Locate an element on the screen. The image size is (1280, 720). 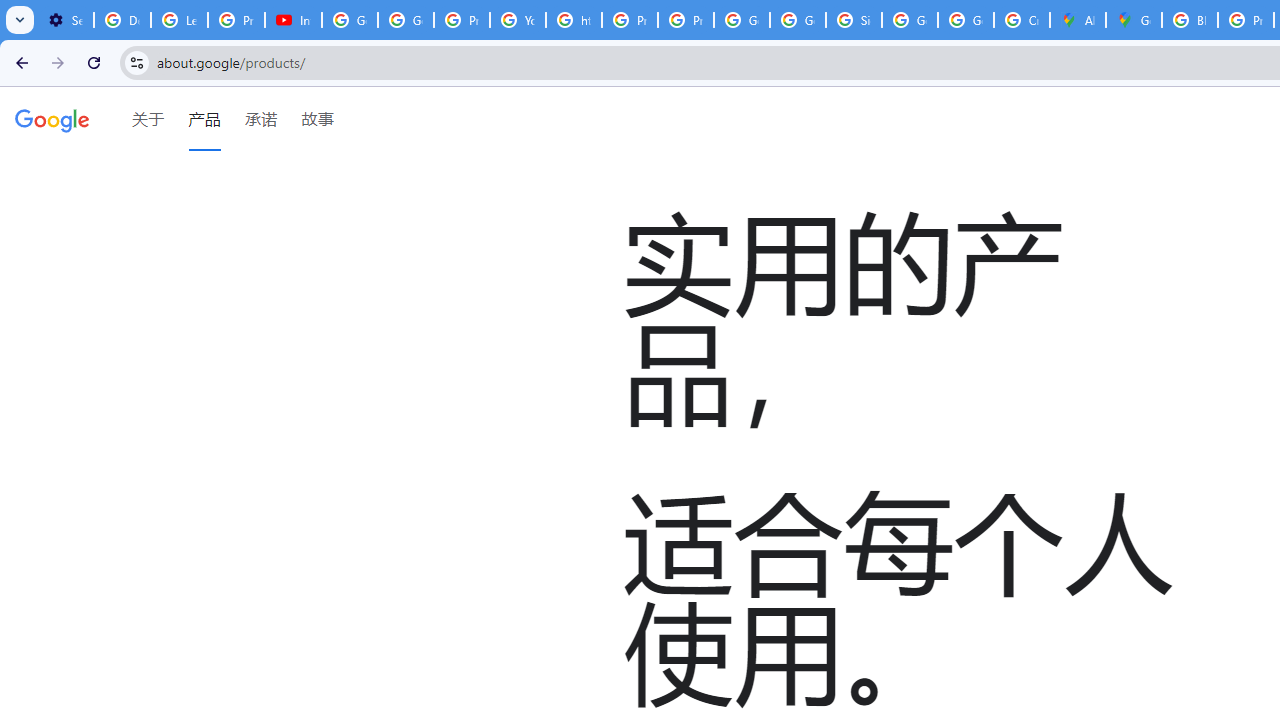
'Google Maps' is located at coordinates (1134, 20).